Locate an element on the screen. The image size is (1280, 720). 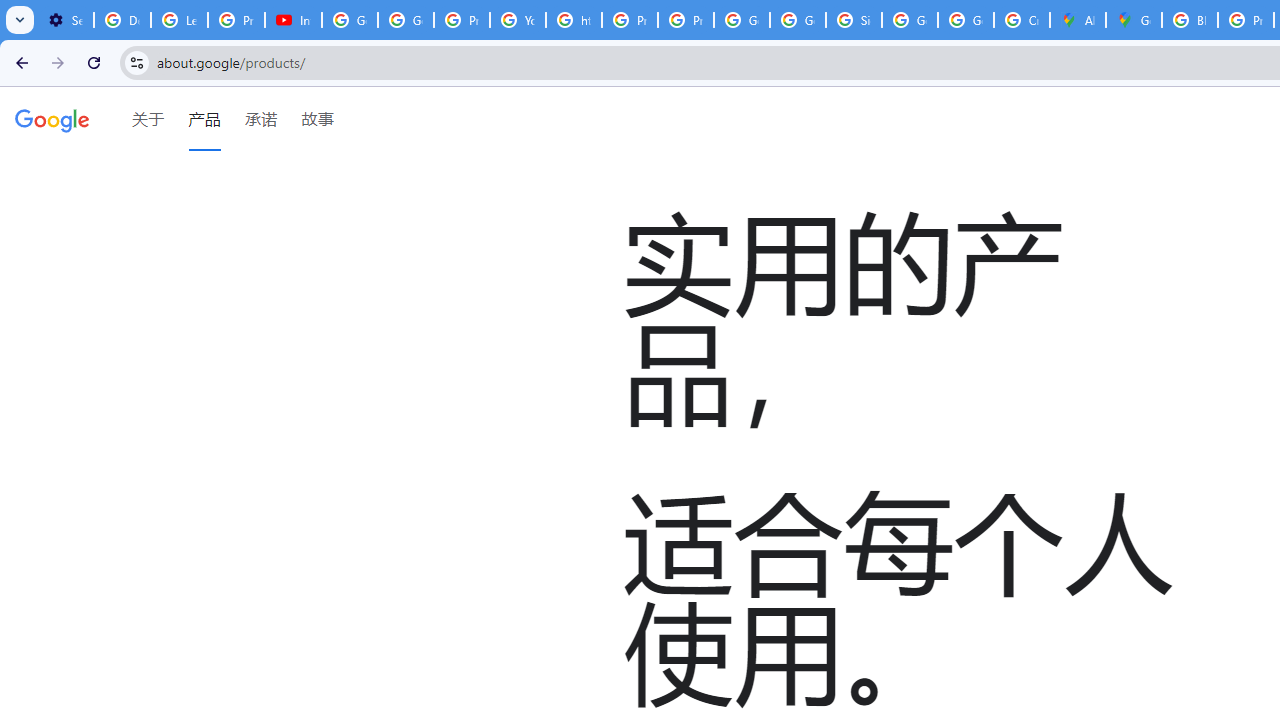
'Google Maps' is located at coordinates (1134, 20).